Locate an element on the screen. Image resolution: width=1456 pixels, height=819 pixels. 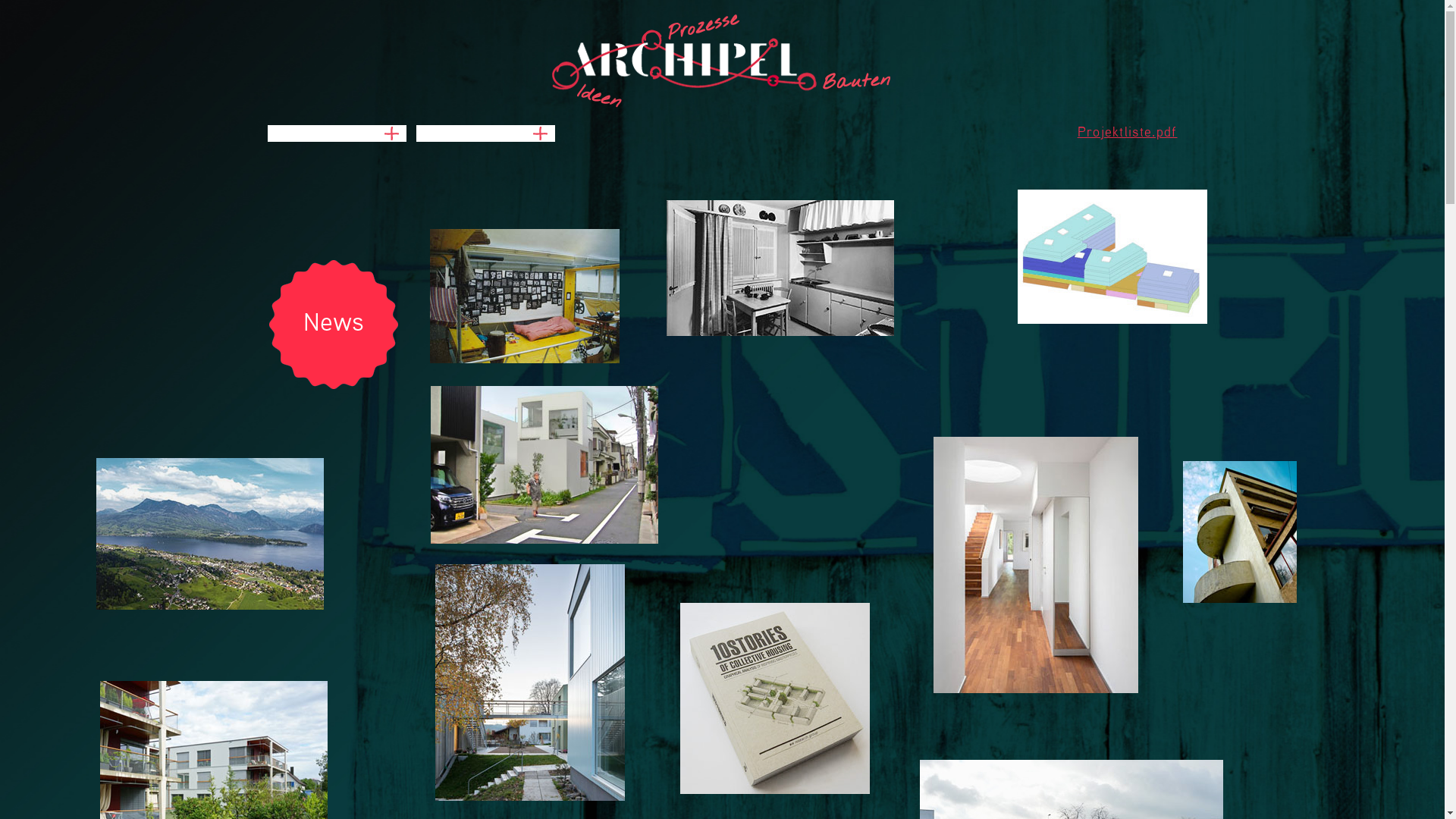
'Projektliste.pdf' is located at coordinates (1076, 131).